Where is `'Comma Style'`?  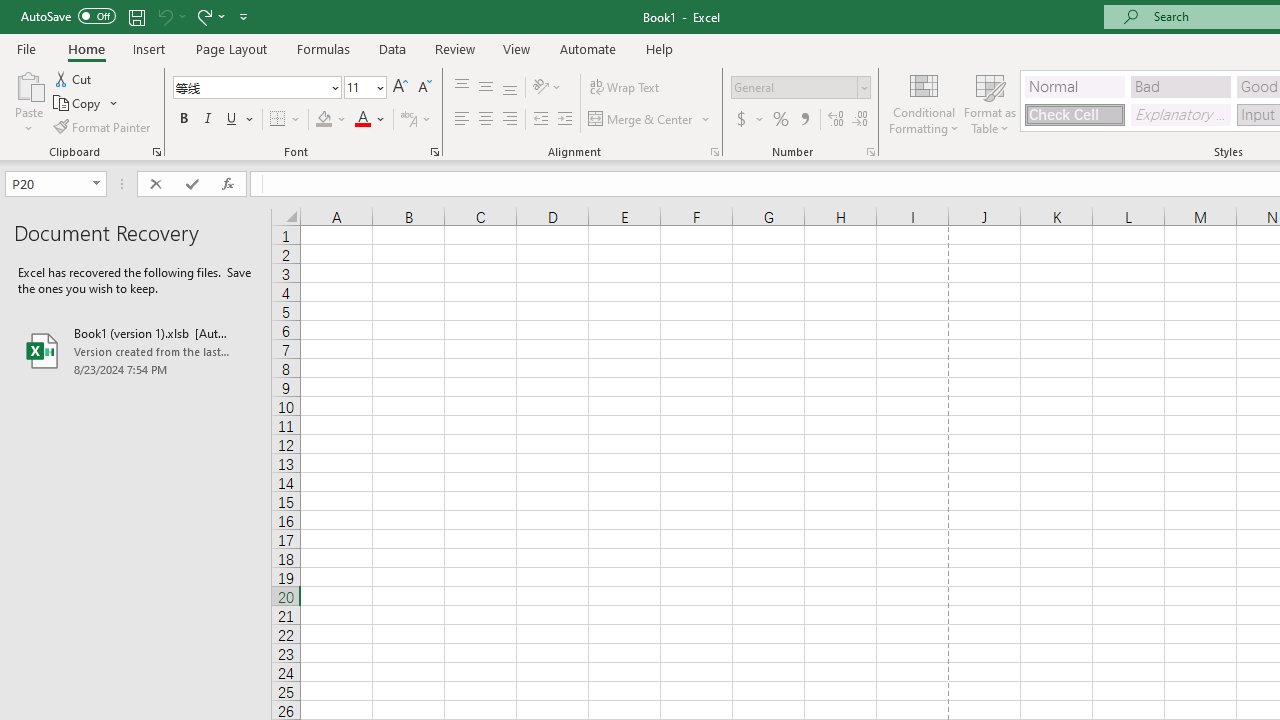
'Comma Style' is located at coordinates (805, 119).